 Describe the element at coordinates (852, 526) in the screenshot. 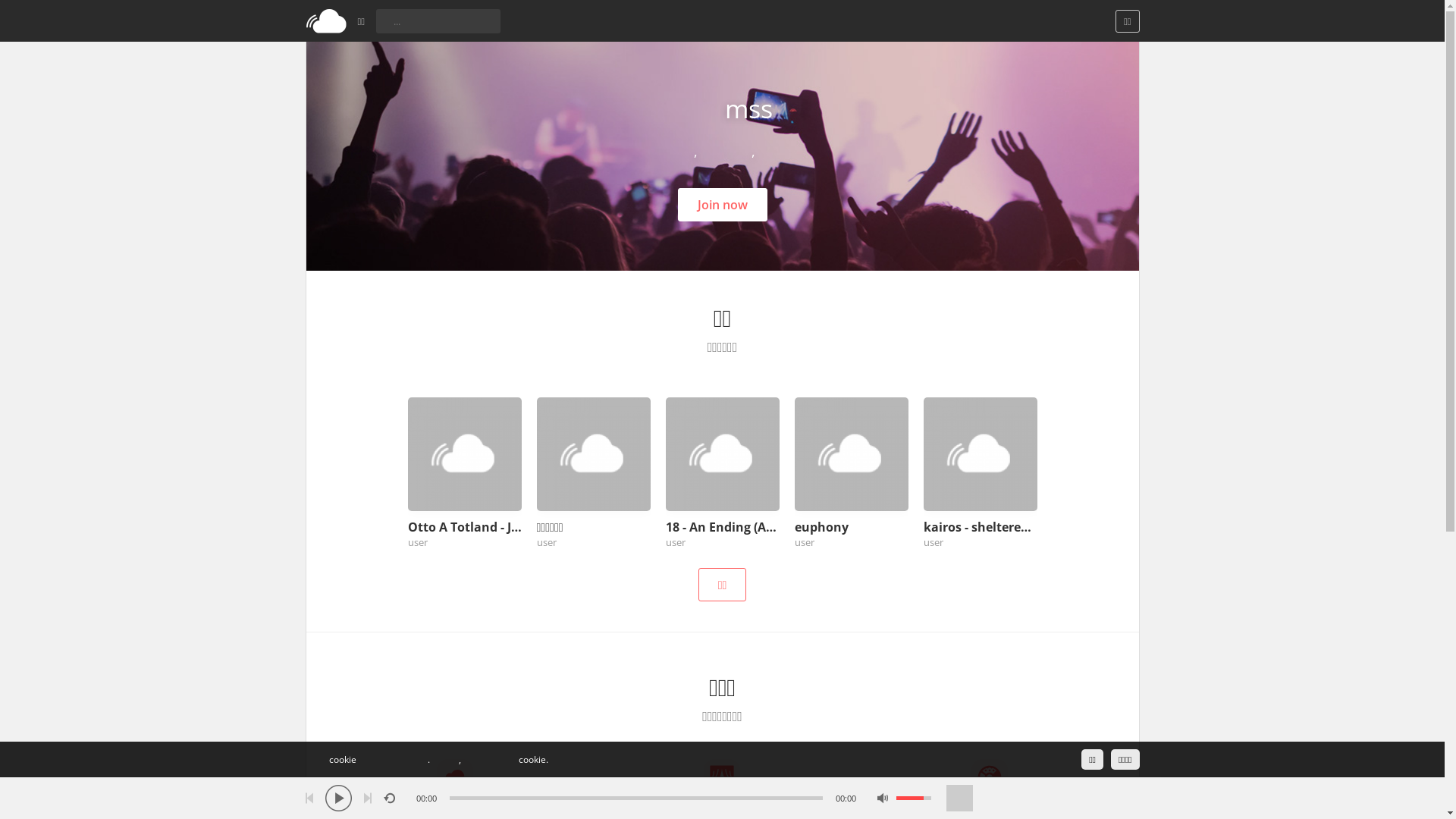

I see `'euphony'` at that location.